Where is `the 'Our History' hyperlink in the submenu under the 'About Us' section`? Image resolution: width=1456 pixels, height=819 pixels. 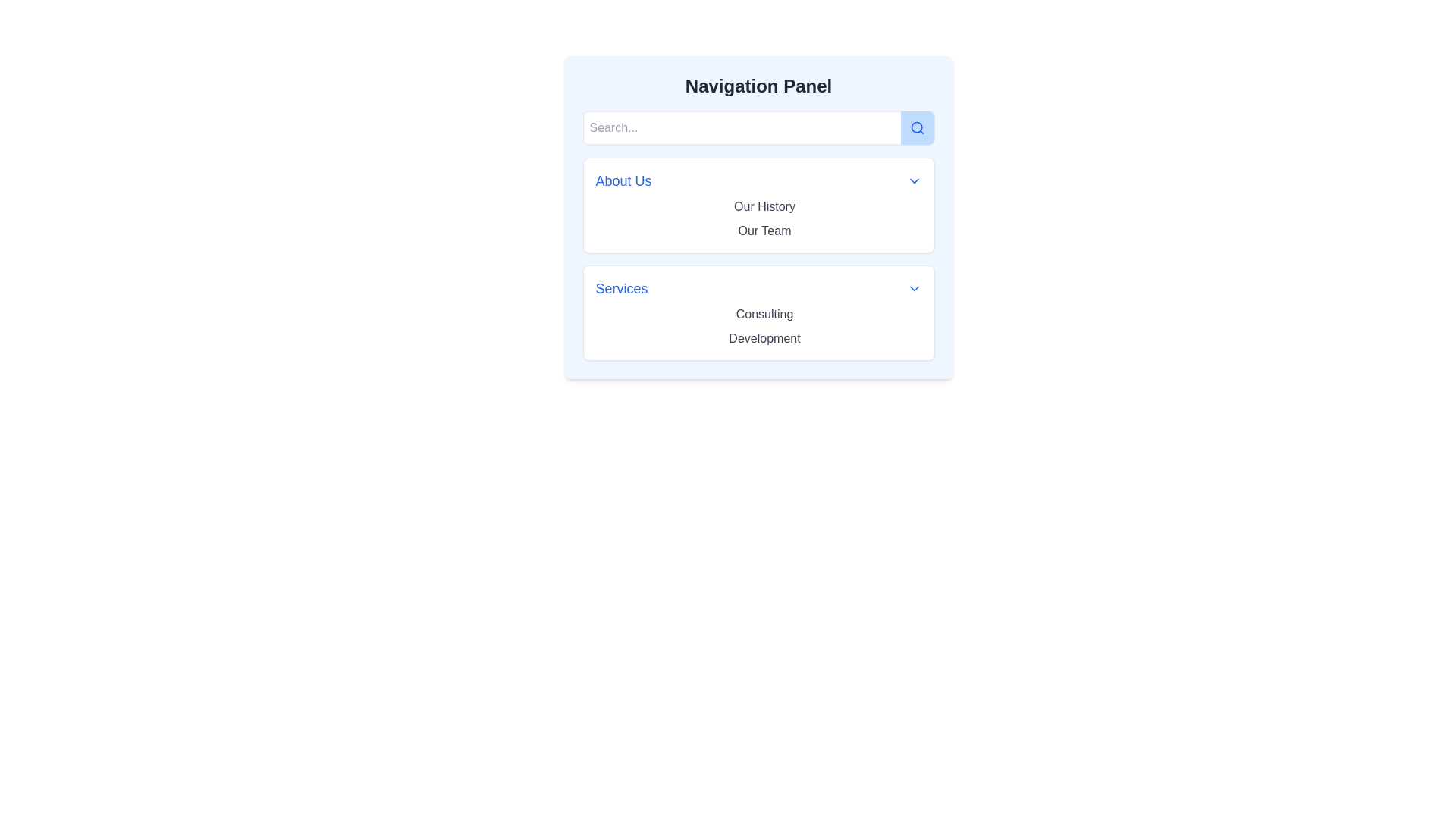
the 'Our History' hyperlink in the submenu under the 'About Us' section is located at coordinates (764, 206).